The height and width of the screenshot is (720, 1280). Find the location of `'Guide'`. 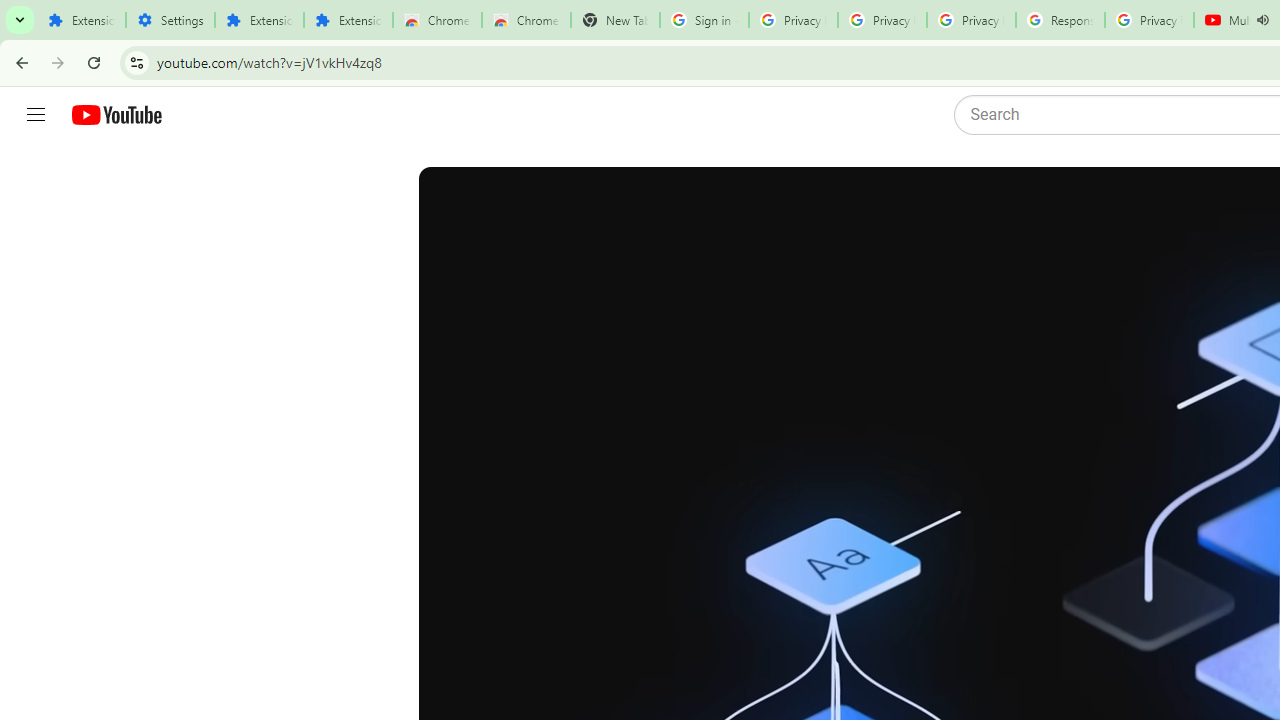

'Guide' is located at coordinates (35, 115).